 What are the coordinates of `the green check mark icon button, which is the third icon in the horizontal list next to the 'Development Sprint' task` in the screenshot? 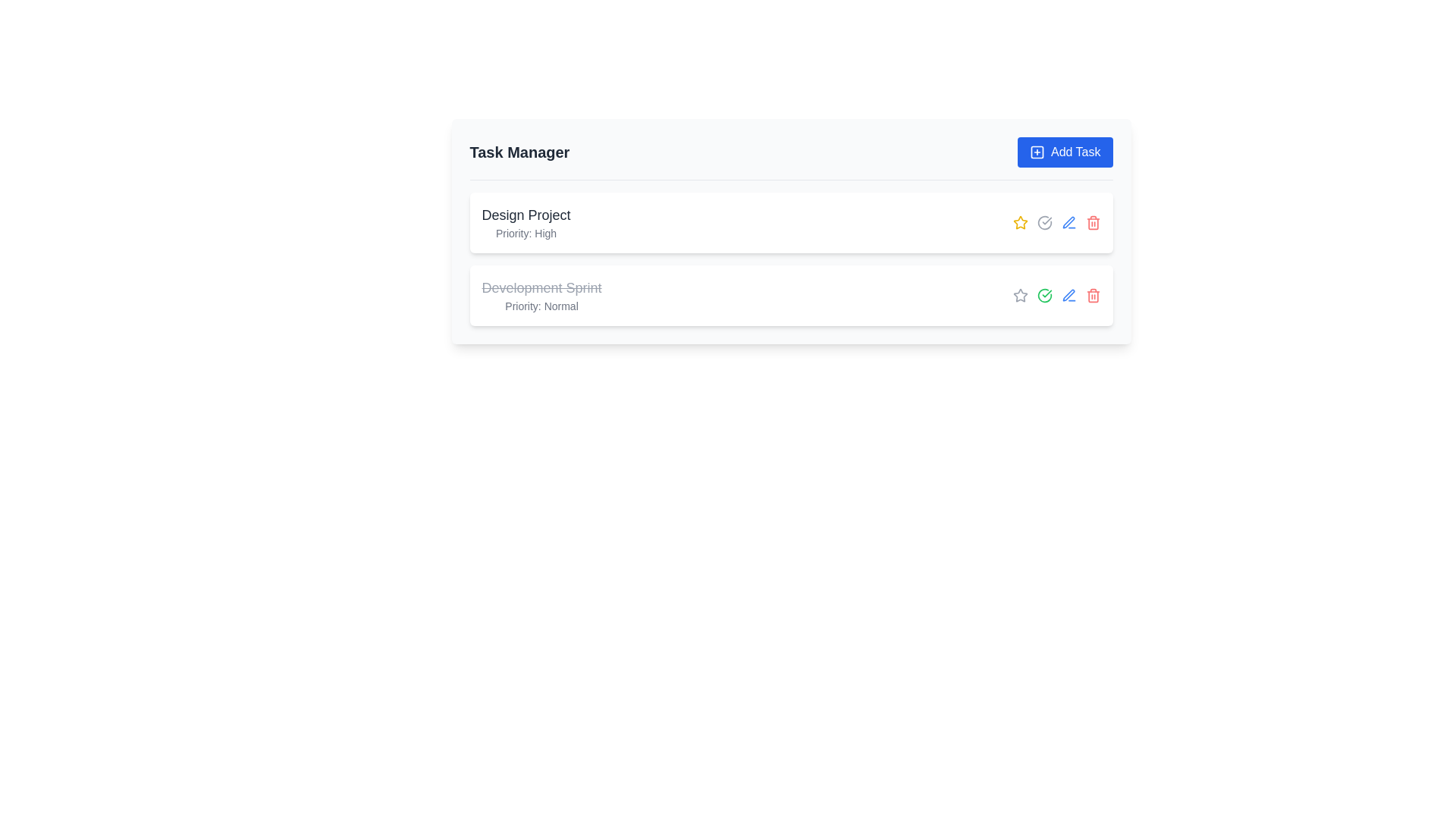 It's located at (1043, 295).